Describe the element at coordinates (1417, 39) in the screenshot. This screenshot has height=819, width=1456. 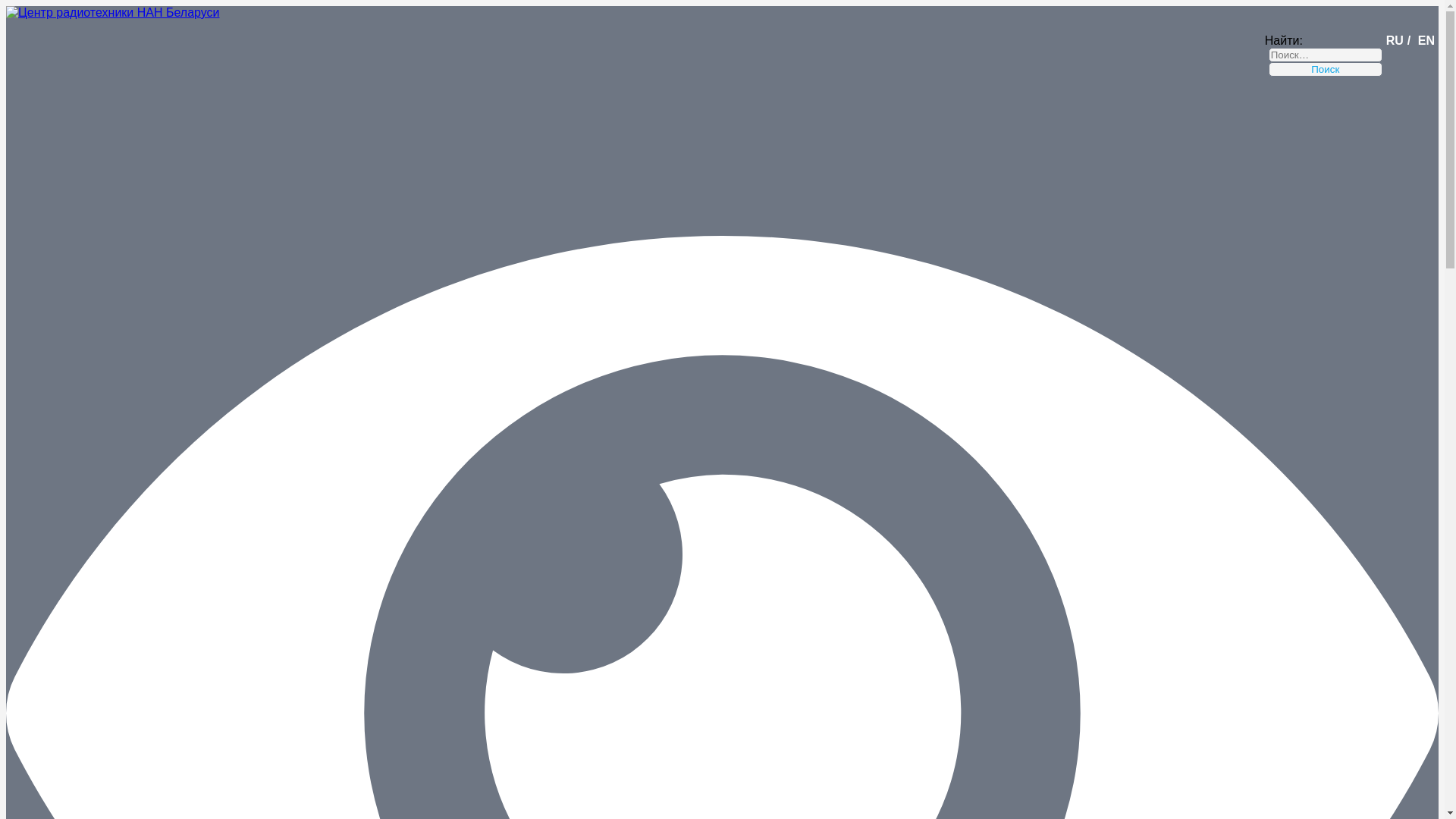
I see `'EN'` at that location.